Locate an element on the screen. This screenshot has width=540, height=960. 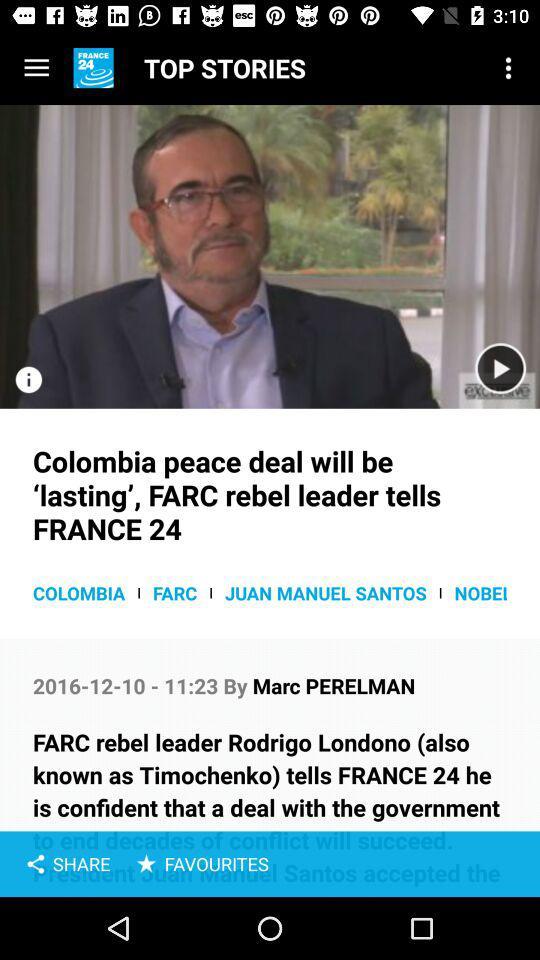
open main menu is located at coordinates (36, 68).